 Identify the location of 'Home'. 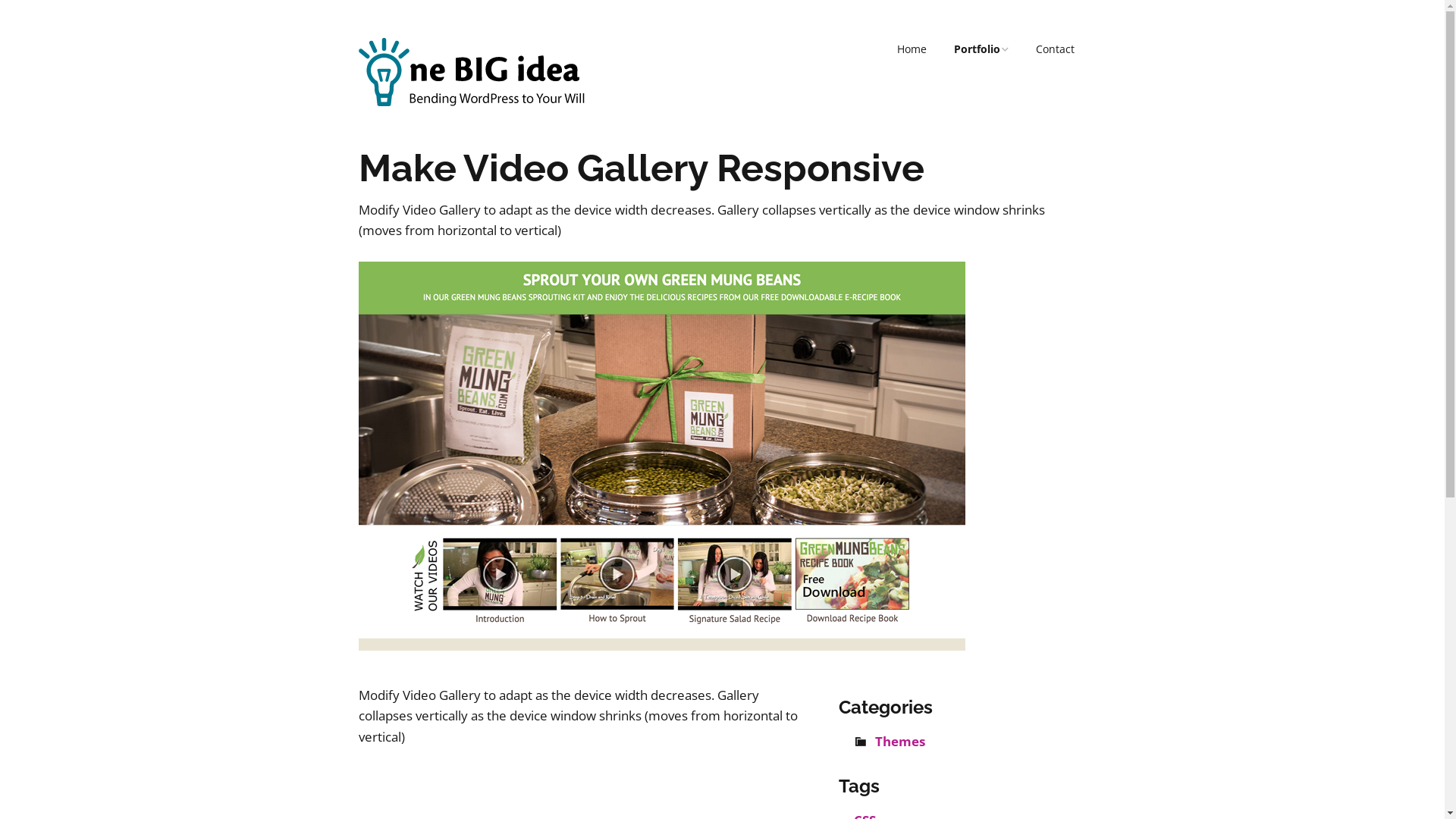
(884, 49).